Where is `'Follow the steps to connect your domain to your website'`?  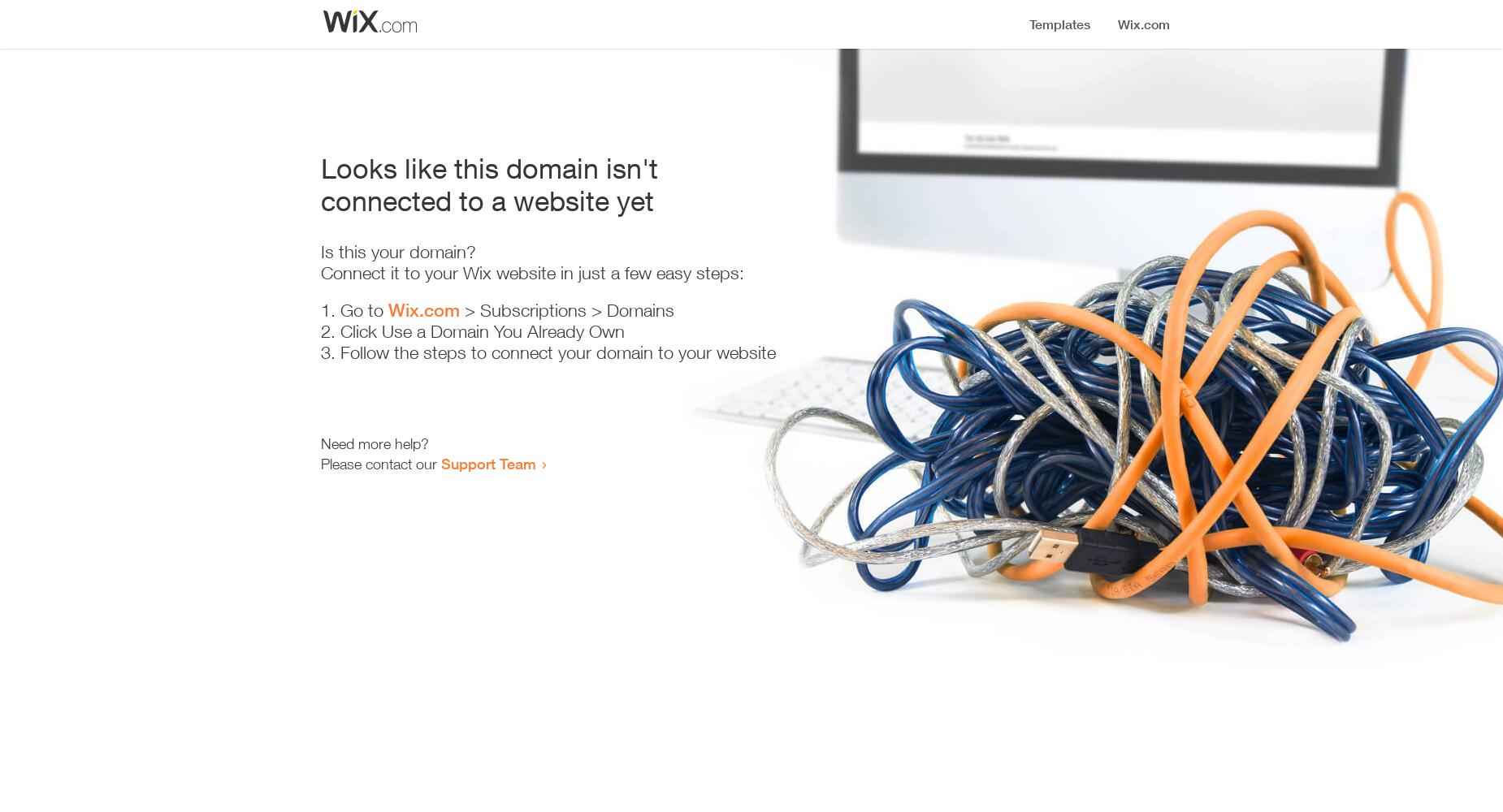
'Follow the steps to connect your domain to your website' is located at coordinates (558, 352).